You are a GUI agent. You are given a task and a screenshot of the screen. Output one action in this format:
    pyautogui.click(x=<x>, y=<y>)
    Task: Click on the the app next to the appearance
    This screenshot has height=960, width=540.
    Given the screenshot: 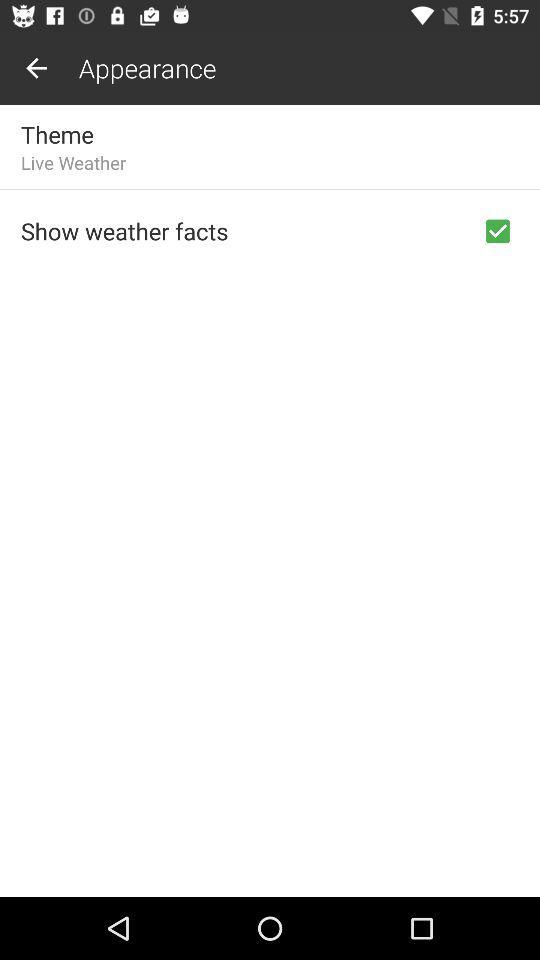 What is the action you would take?
    pyautogui.click(x=36, y=68)
    